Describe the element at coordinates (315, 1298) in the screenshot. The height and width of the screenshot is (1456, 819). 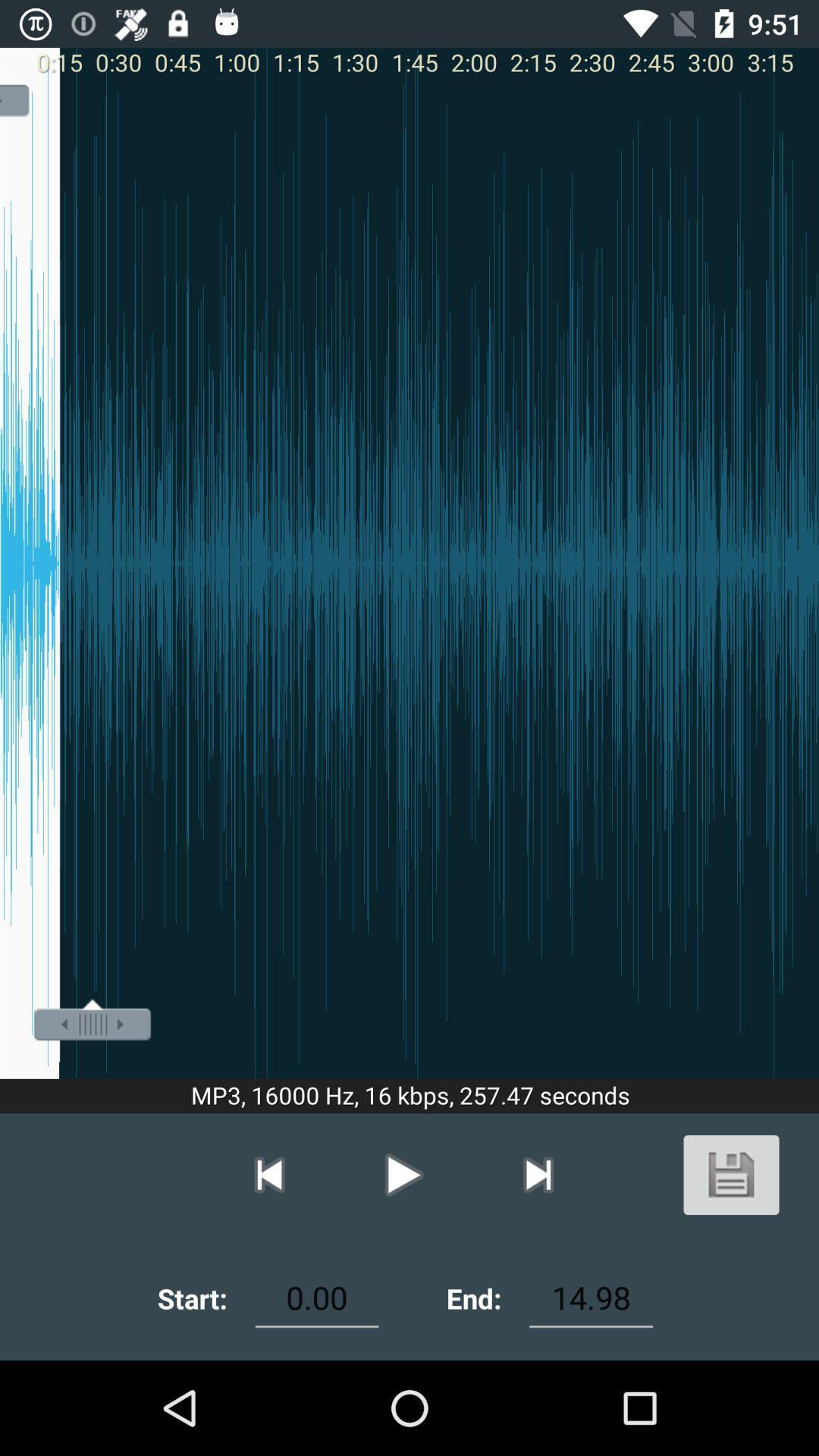
I see `the timer text box which is right side of the text start` at that location.